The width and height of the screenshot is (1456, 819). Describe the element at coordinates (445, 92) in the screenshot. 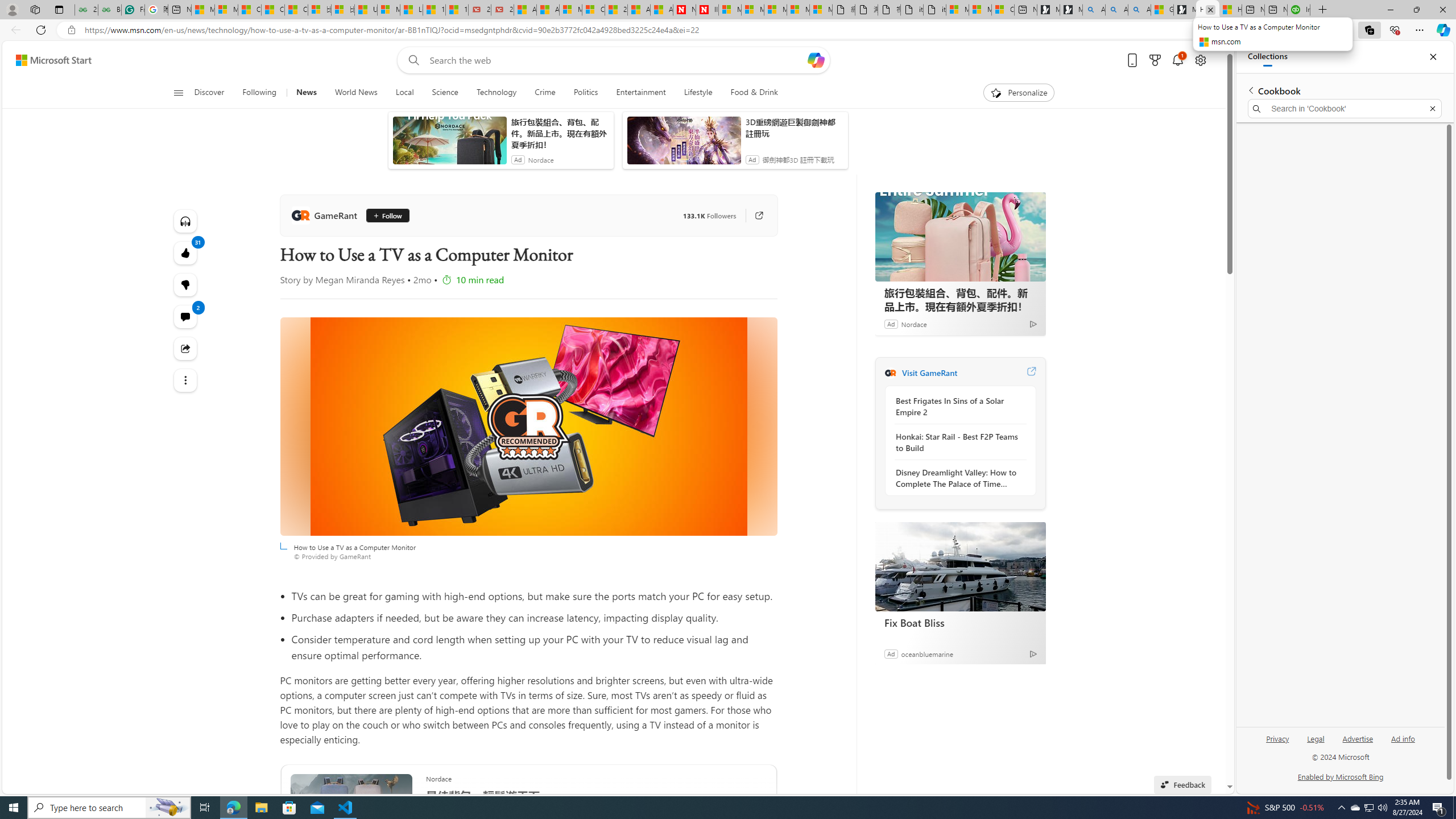

I see `'Science'` at that location.